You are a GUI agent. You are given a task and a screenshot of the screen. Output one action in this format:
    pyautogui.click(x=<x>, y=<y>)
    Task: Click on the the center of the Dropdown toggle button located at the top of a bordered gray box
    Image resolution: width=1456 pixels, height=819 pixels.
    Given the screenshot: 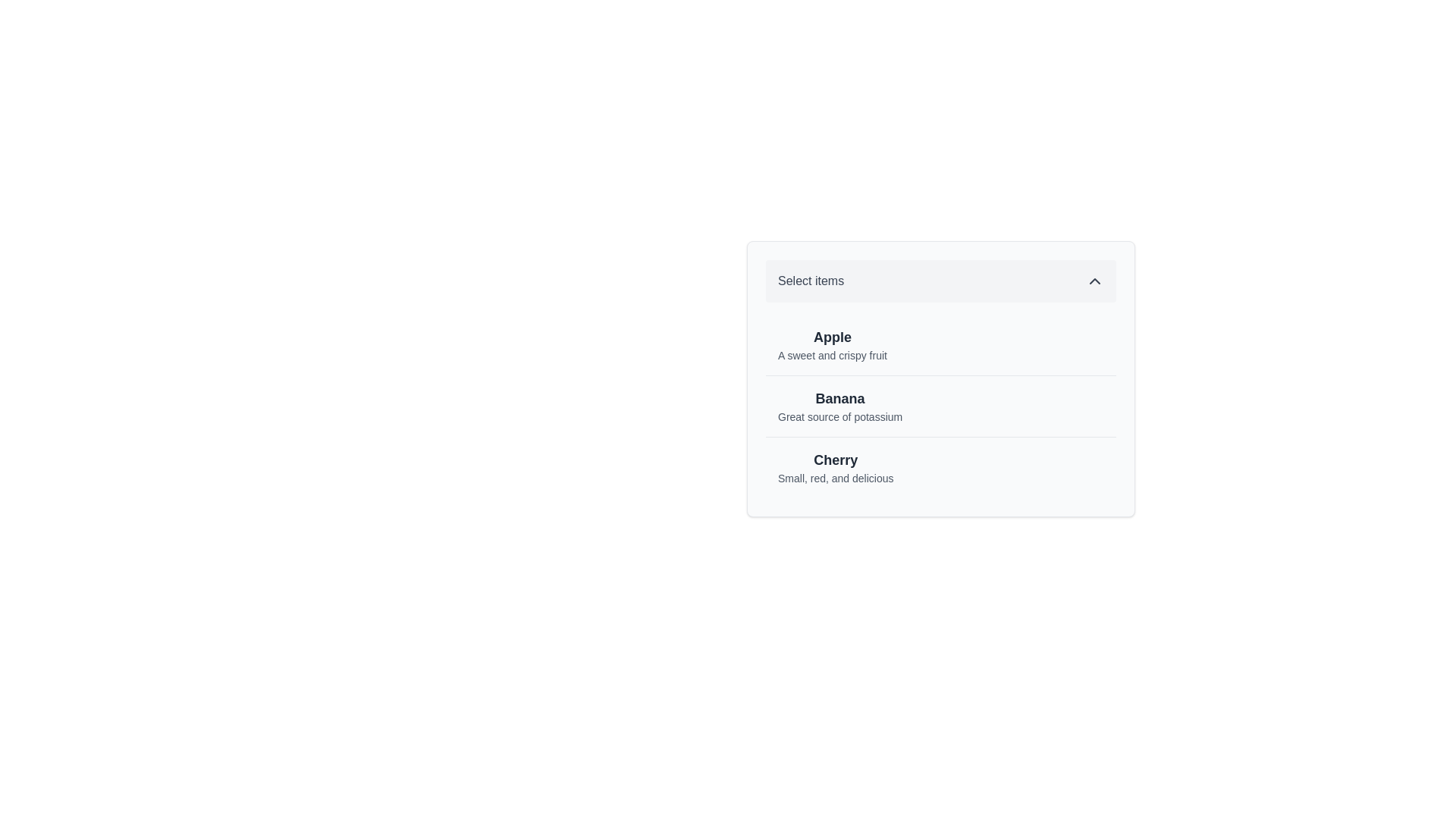 What is the action you would take?
    pyautogui.click(x=940, y=281)
    